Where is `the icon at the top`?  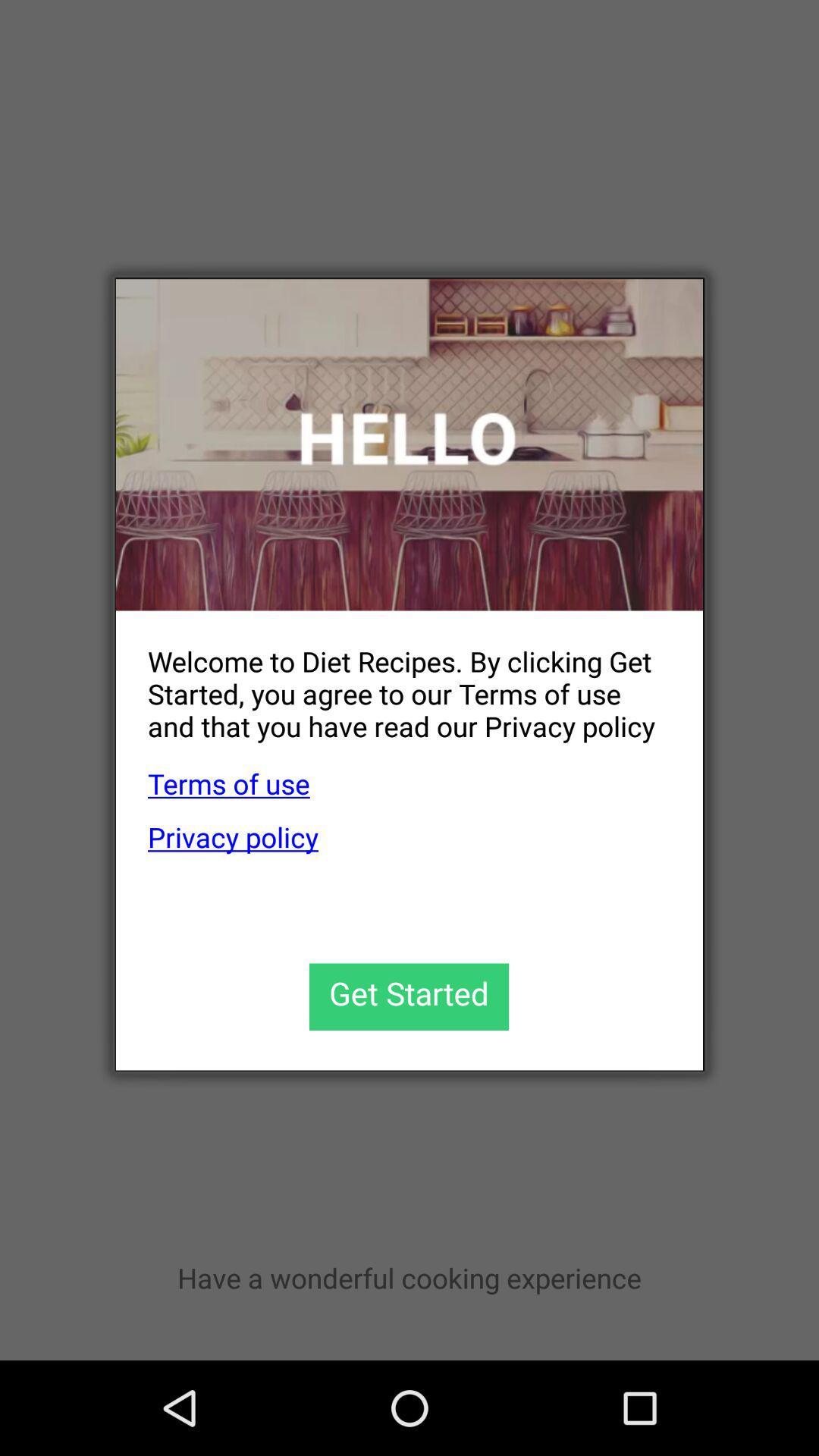 the icon at the top is located at coordinates (409, 444).